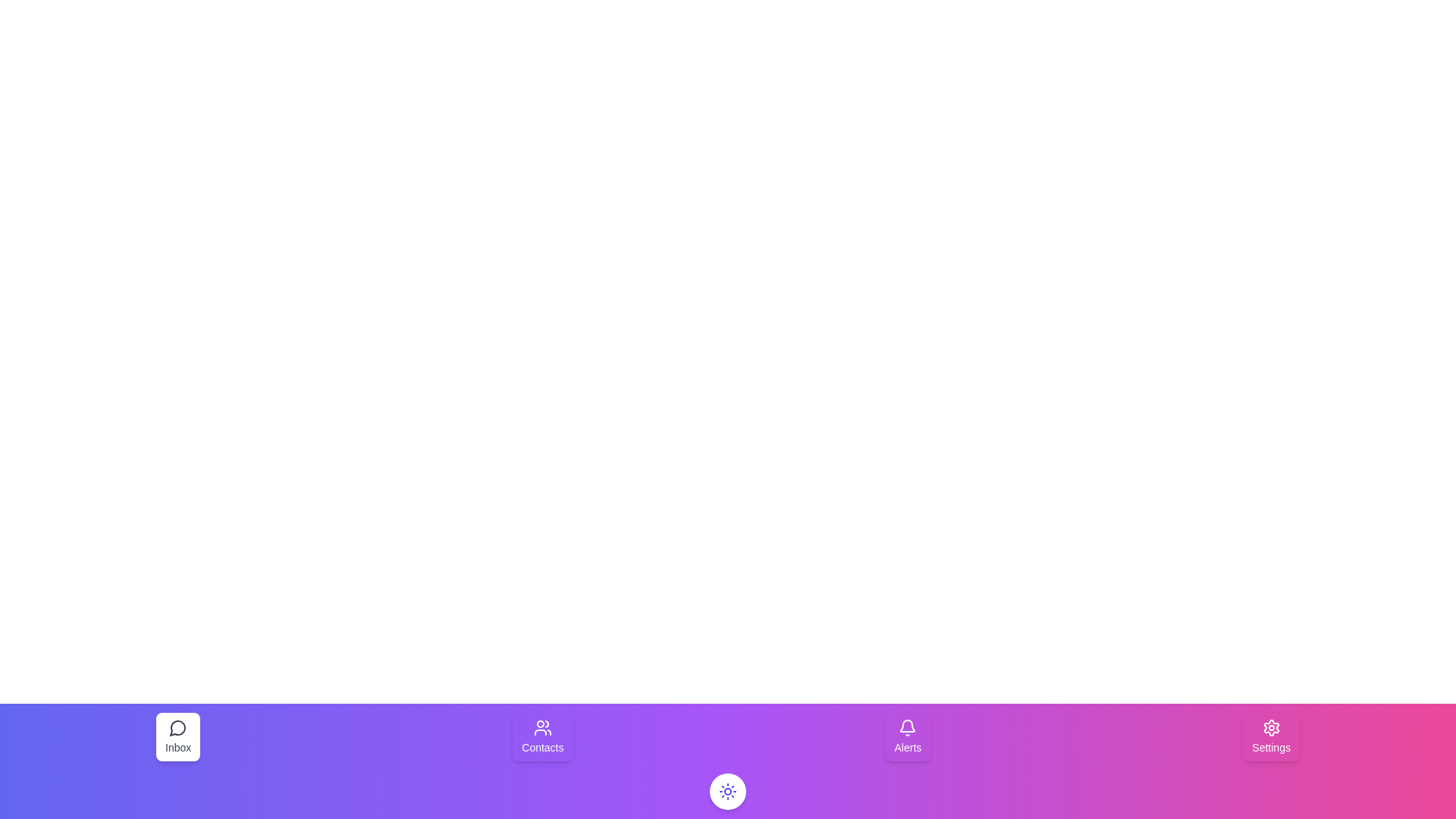 The width and height of the screenshot is (1456, 819). Describe the element at coordinates (178, 736) in the screenshot. I see `the navigation item Inbox to select it` at that location.